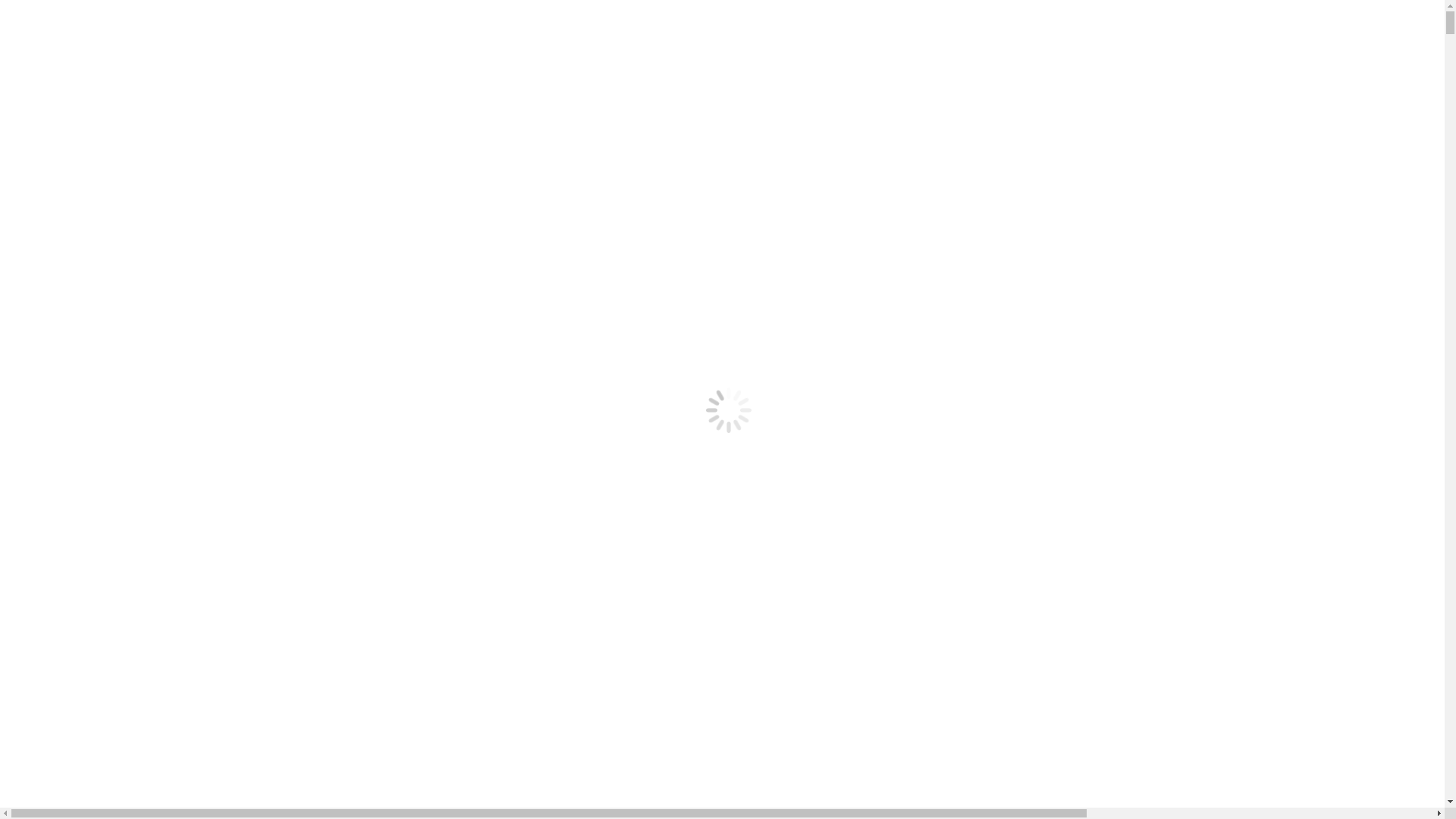 The width and height of the screenshot is (1456, 819). I want to click on 'Skip to content', so click(42, 12).